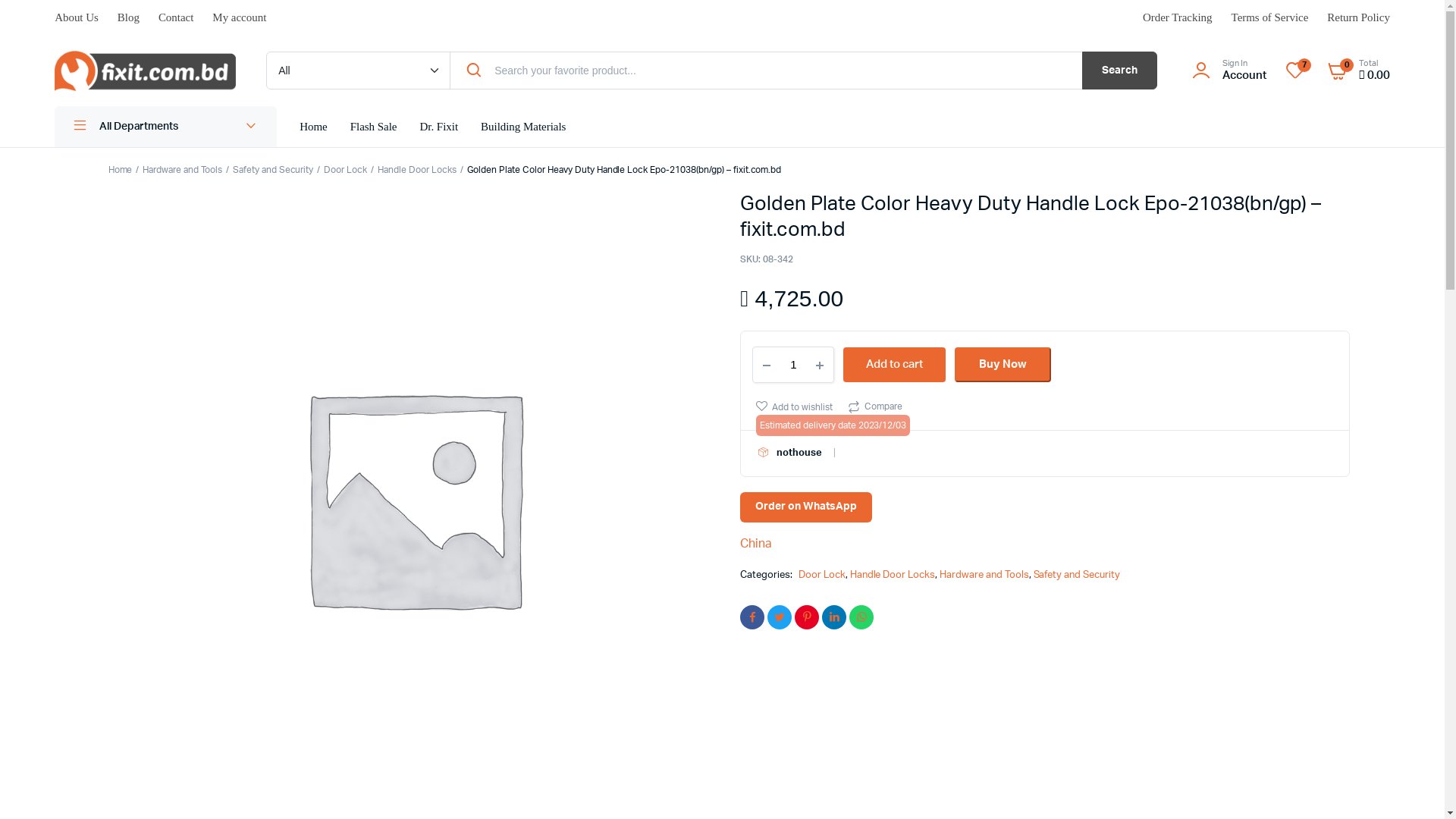 This screenshot has width=1456, height=819. What do you see at coordinates (739, 543) in the screenshot?
I see `'China'` at bounding box center [739, 543].